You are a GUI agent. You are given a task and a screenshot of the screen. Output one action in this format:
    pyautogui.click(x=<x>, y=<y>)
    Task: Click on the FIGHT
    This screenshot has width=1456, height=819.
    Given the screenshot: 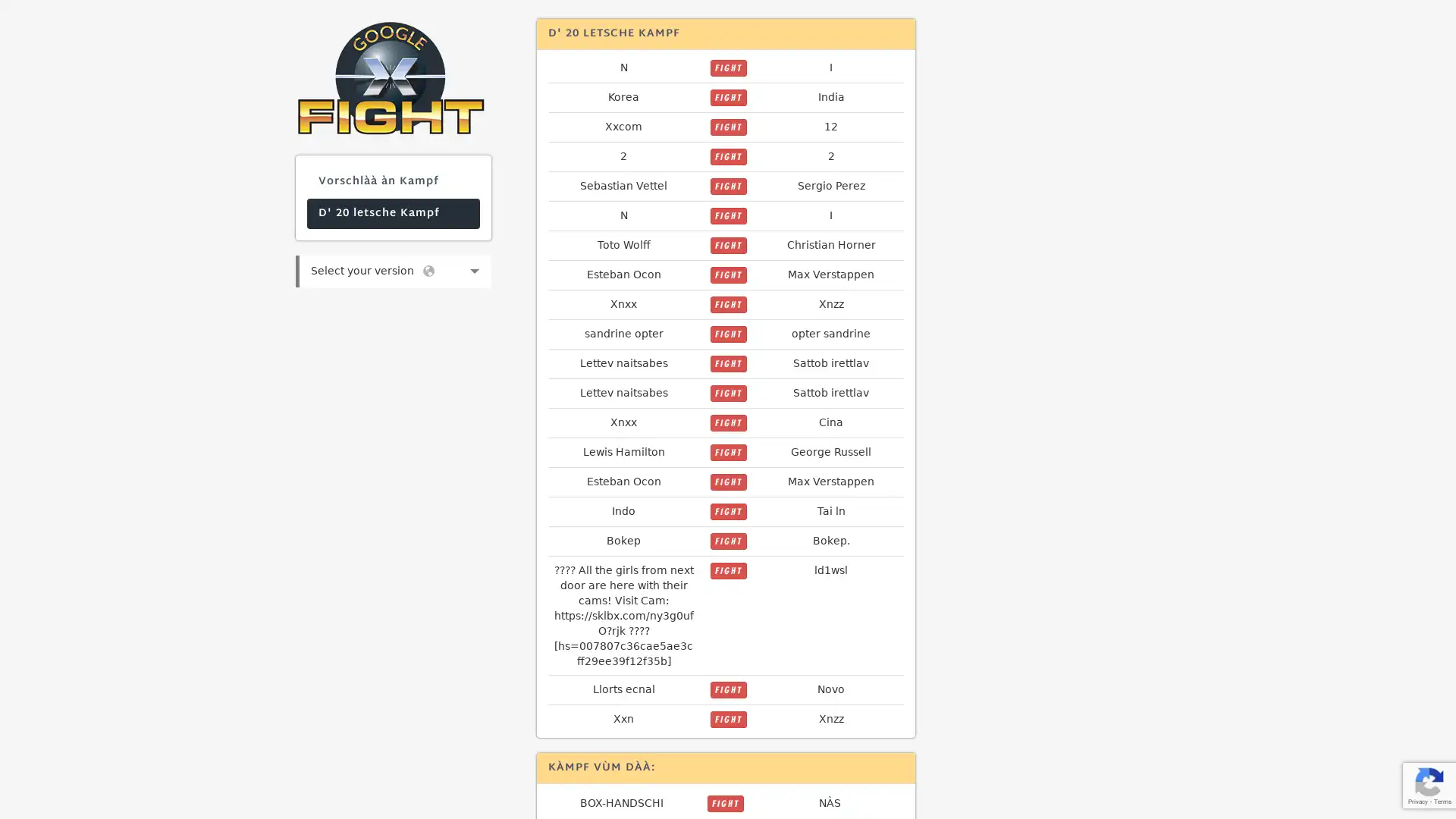 What is the action you would take?
    pyautogui.click(x=728, y=333)
    